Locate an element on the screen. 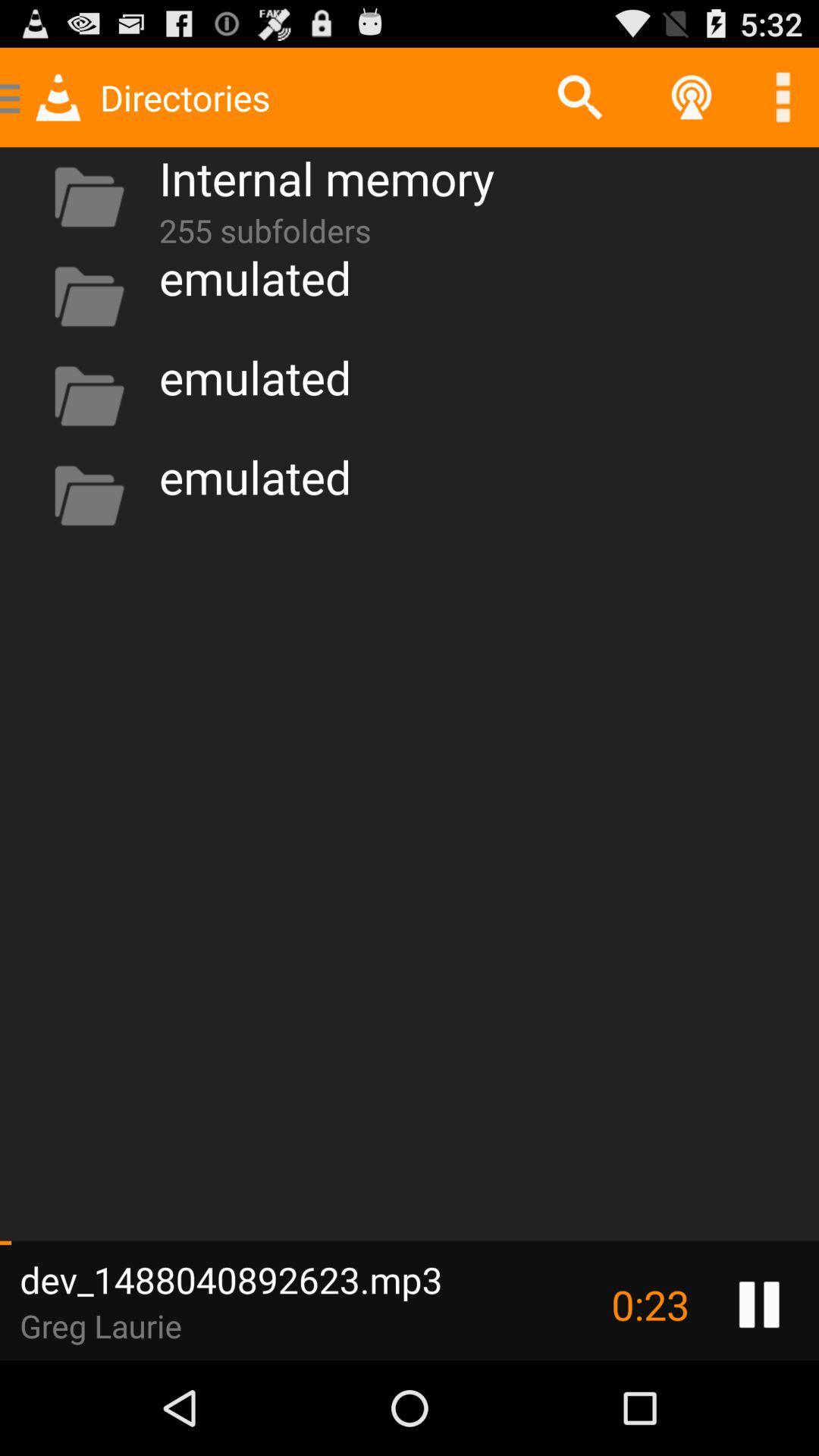 The width and height of the screenshot is (819, 1456). the item to the right of 0:24 app is located at coordinates (759, 1304).